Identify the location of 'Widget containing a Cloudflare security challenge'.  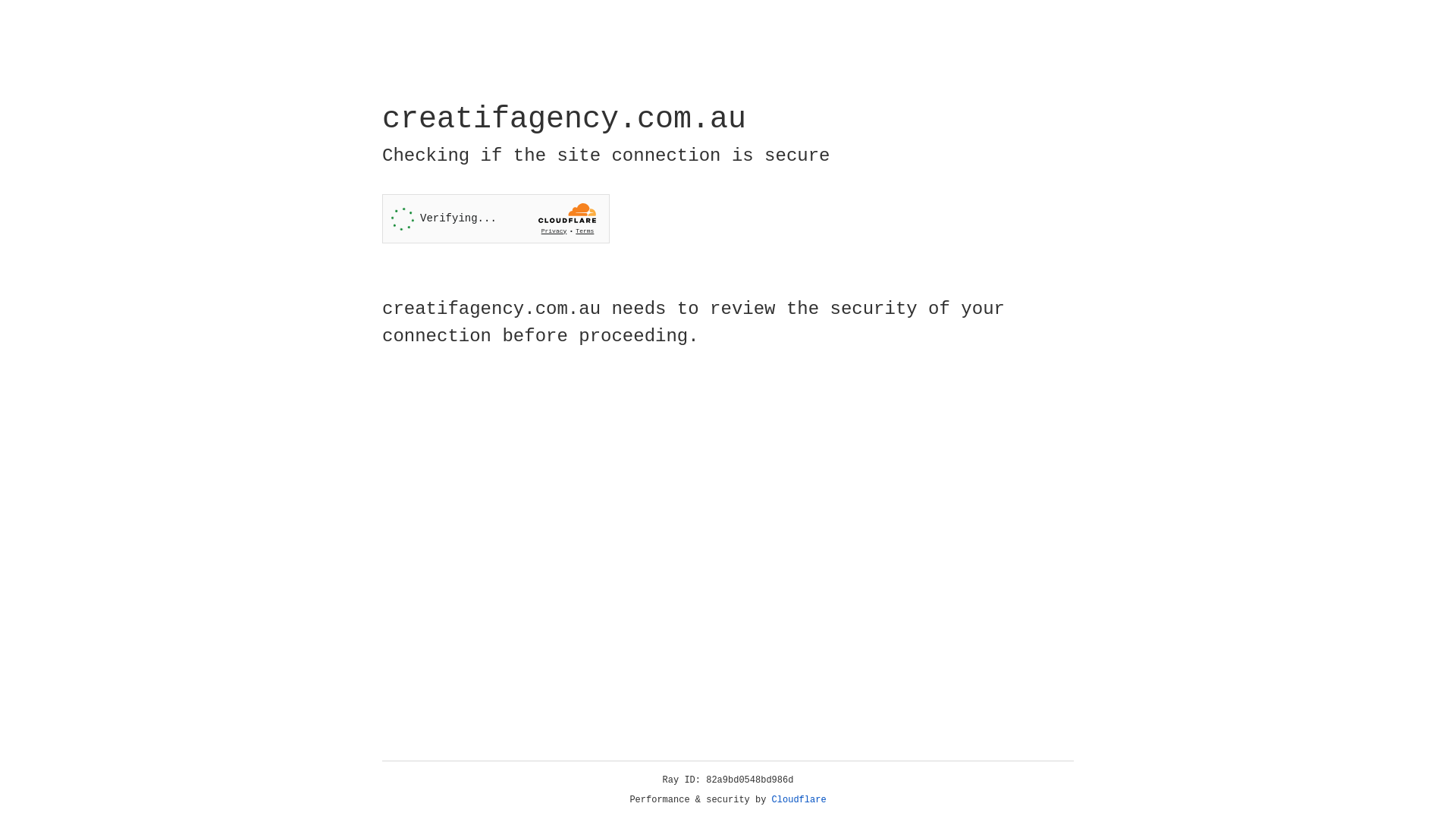
(495, 218).